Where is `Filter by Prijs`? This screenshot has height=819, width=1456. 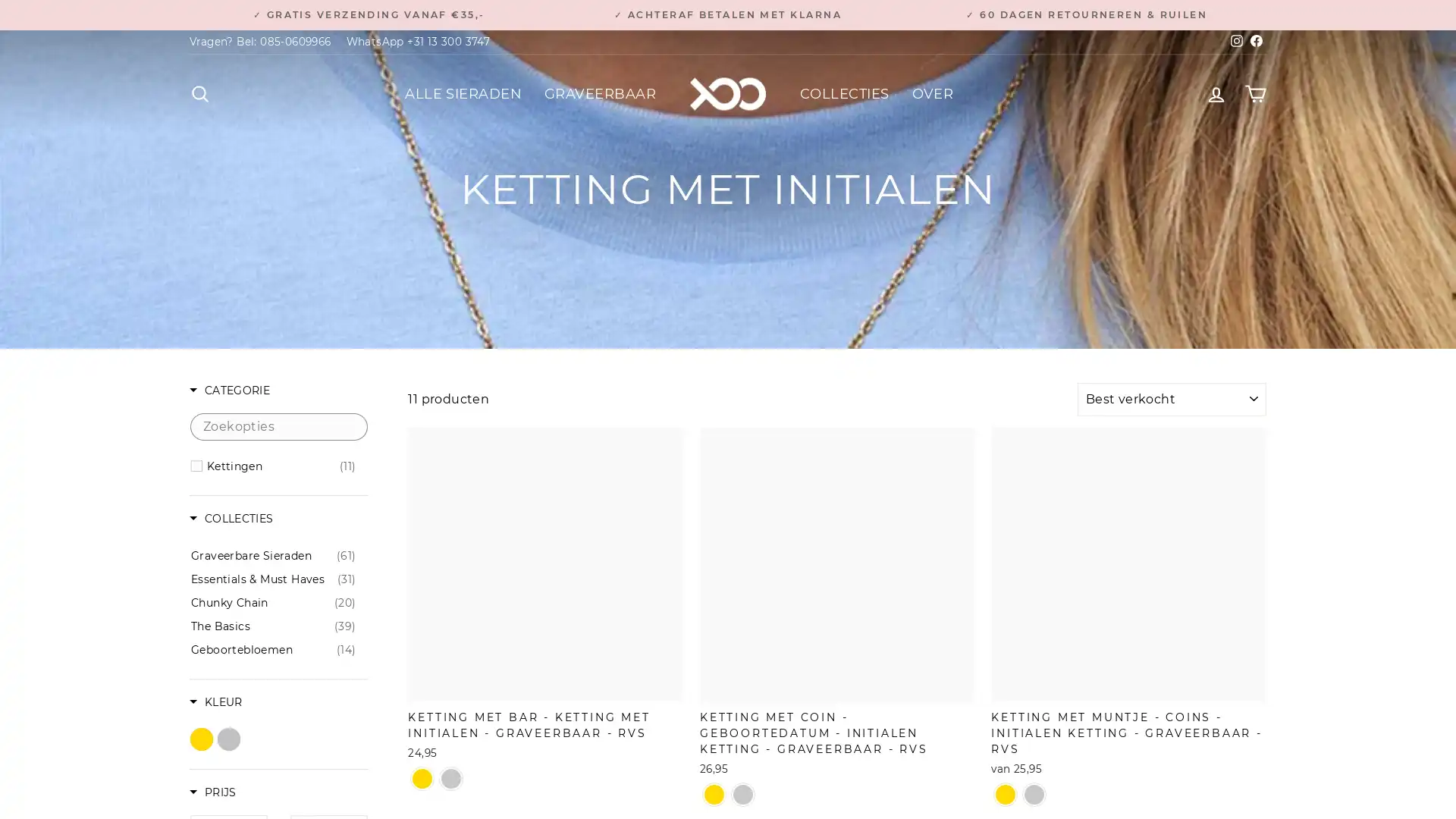
Filter by Prijs is located at coordinates (212, 792).